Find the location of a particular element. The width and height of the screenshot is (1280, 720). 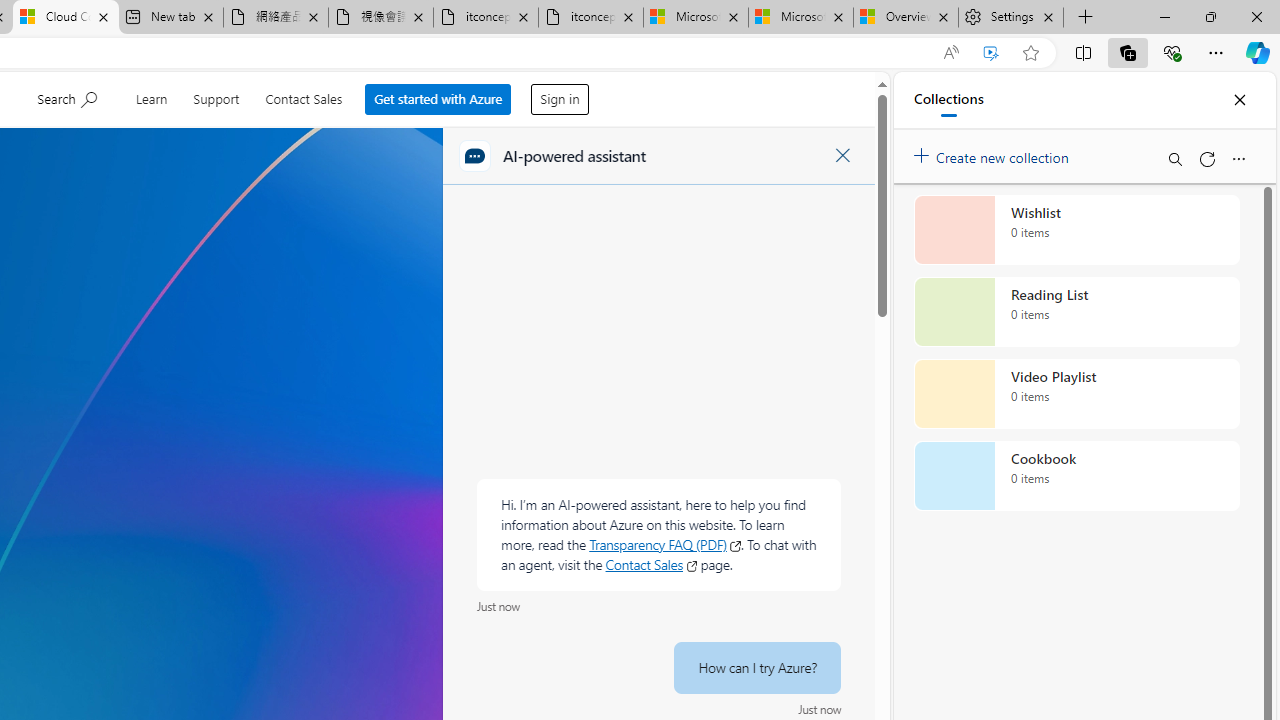

'Enhance video' is located at coordinates (991, 52).